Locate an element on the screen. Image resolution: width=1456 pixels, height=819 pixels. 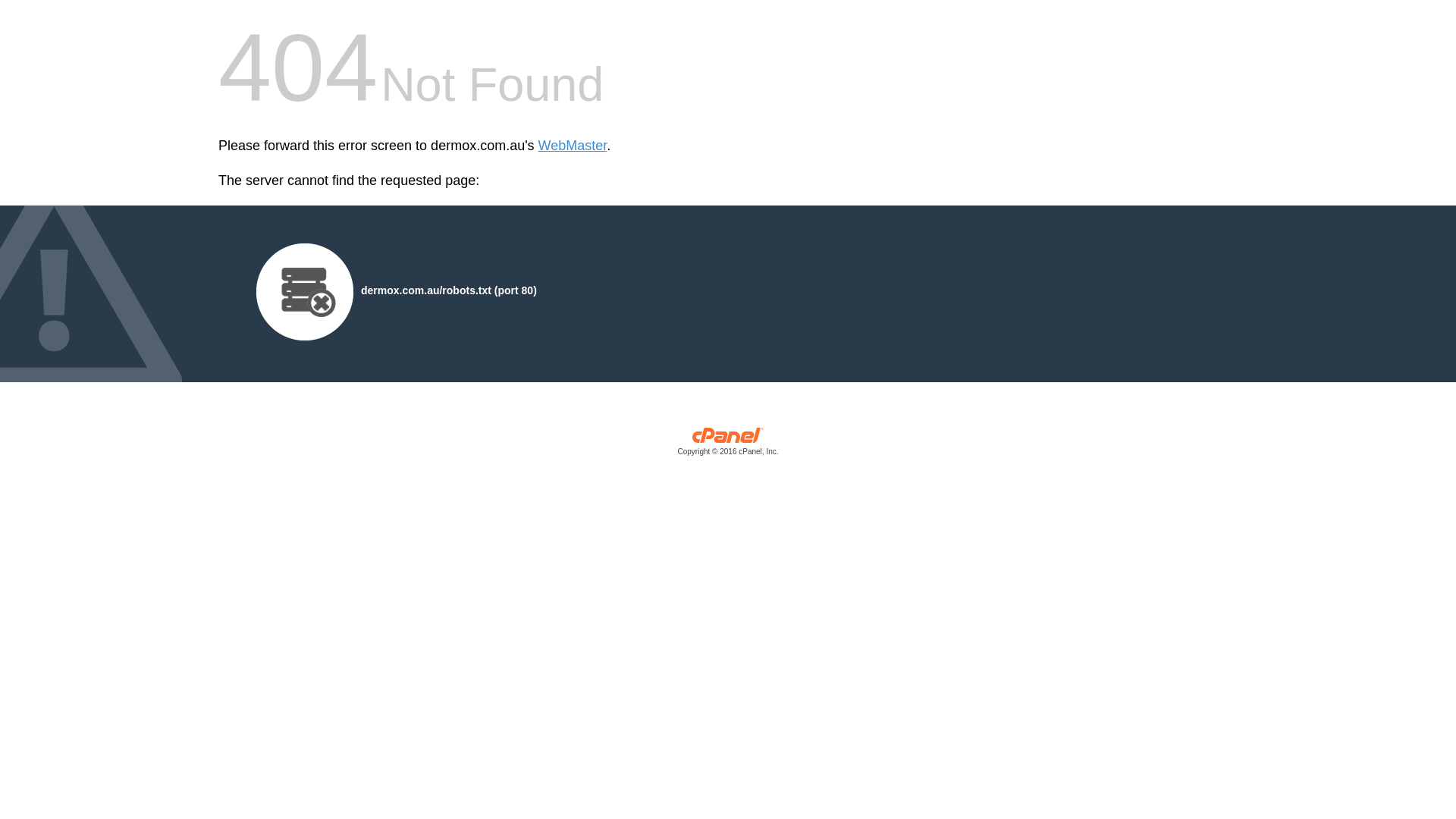
'WebMaster' is located at coordinates (572, 146).